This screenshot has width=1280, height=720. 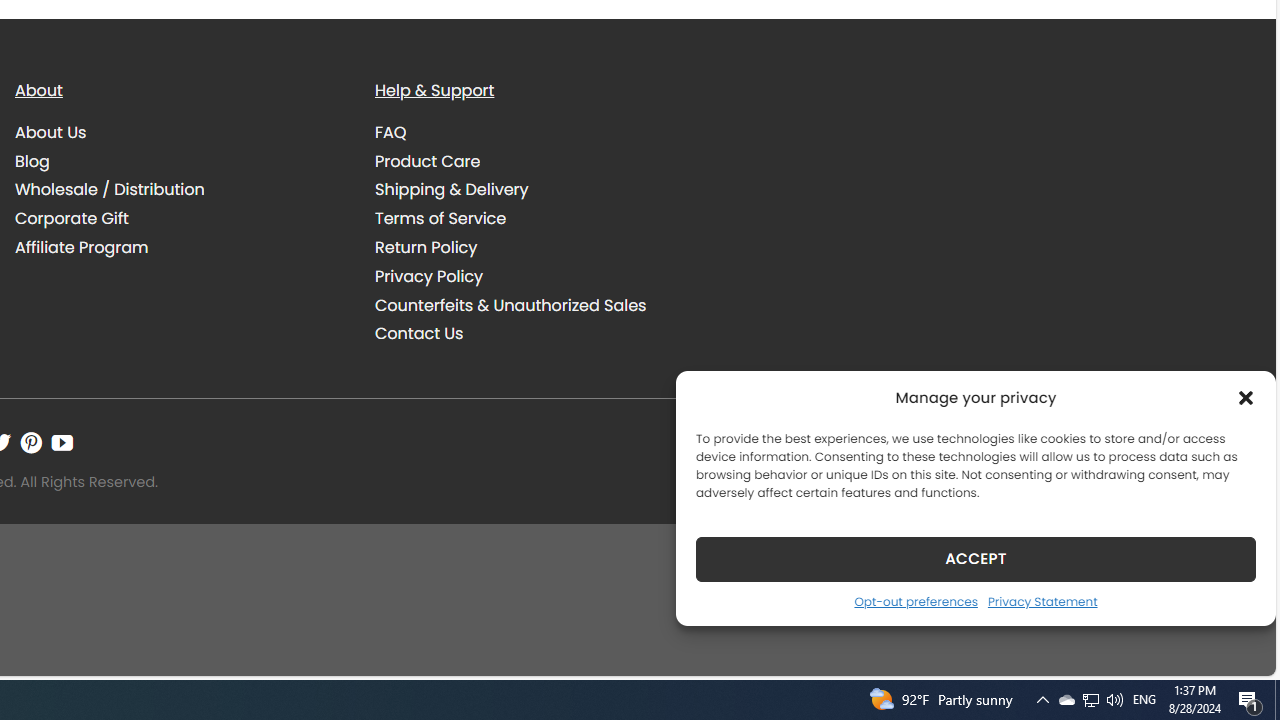 What do you see at coordinates (540, 305) in the screenshot?
I see `'Counterfeits & Unauthorized Sales'` at bounding box center [540, 305].